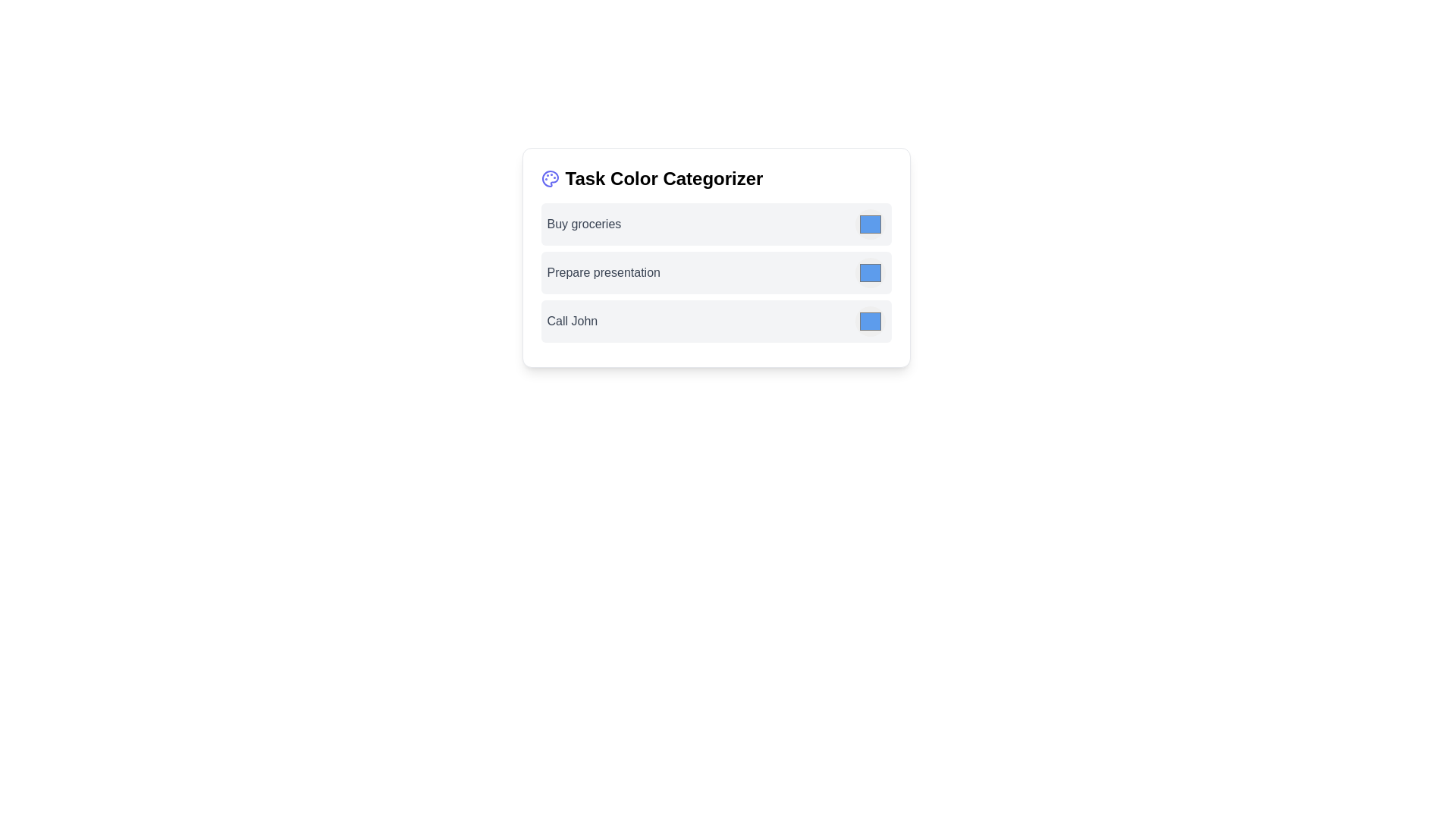 This screenshot has width=1456, height=819. What do you see at coordinates (549, 177) in the screenshot?
I see `the indigo palette icon located to the left of the 'Task Color Categorizer' text` at bounding box center [549, 177].